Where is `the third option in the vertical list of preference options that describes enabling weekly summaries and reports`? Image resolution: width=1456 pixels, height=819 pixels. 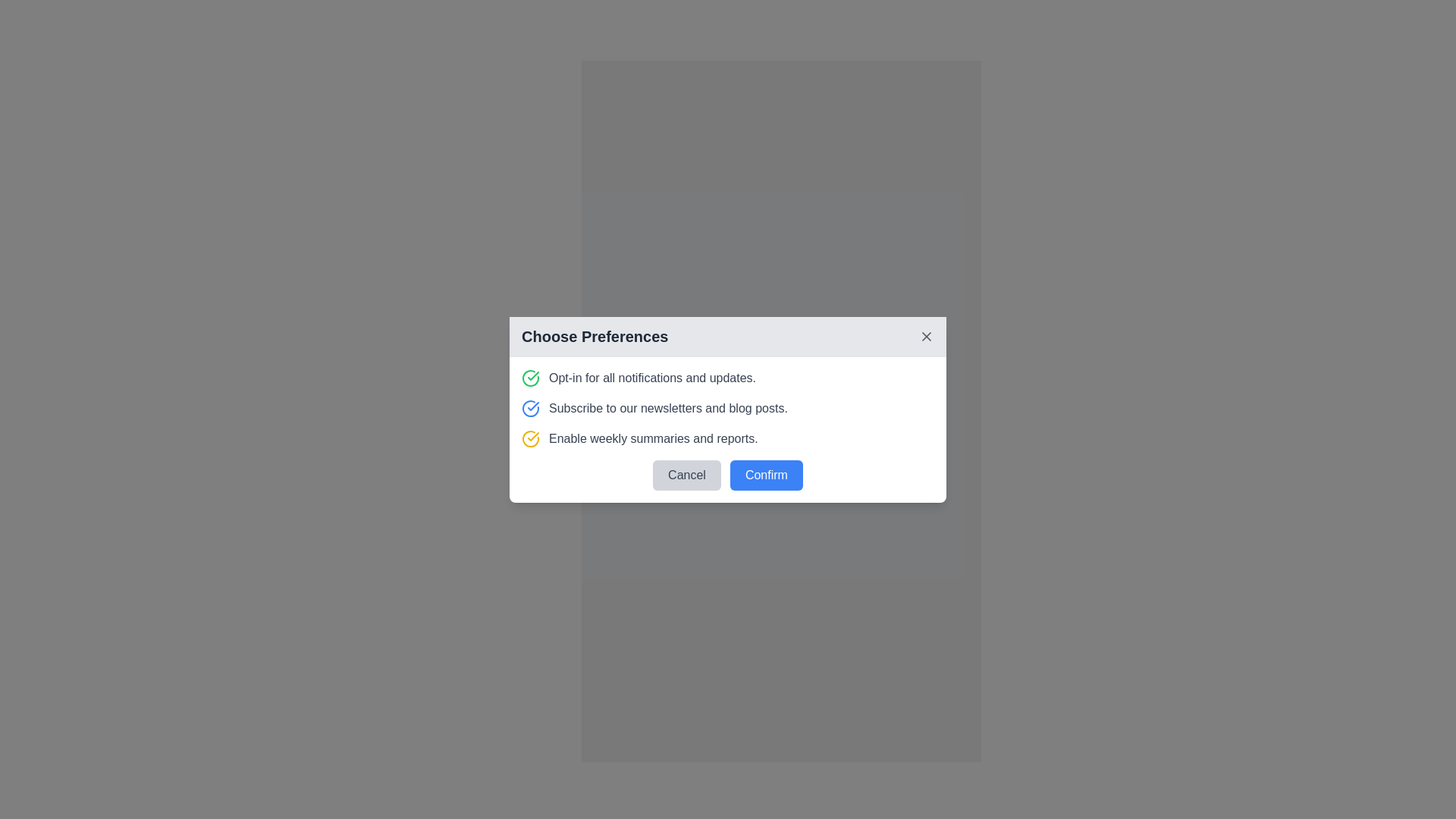
the third option in the vertical list of preference options that describes enabling weekly summaries and reports is located at coordinates (653, 438).